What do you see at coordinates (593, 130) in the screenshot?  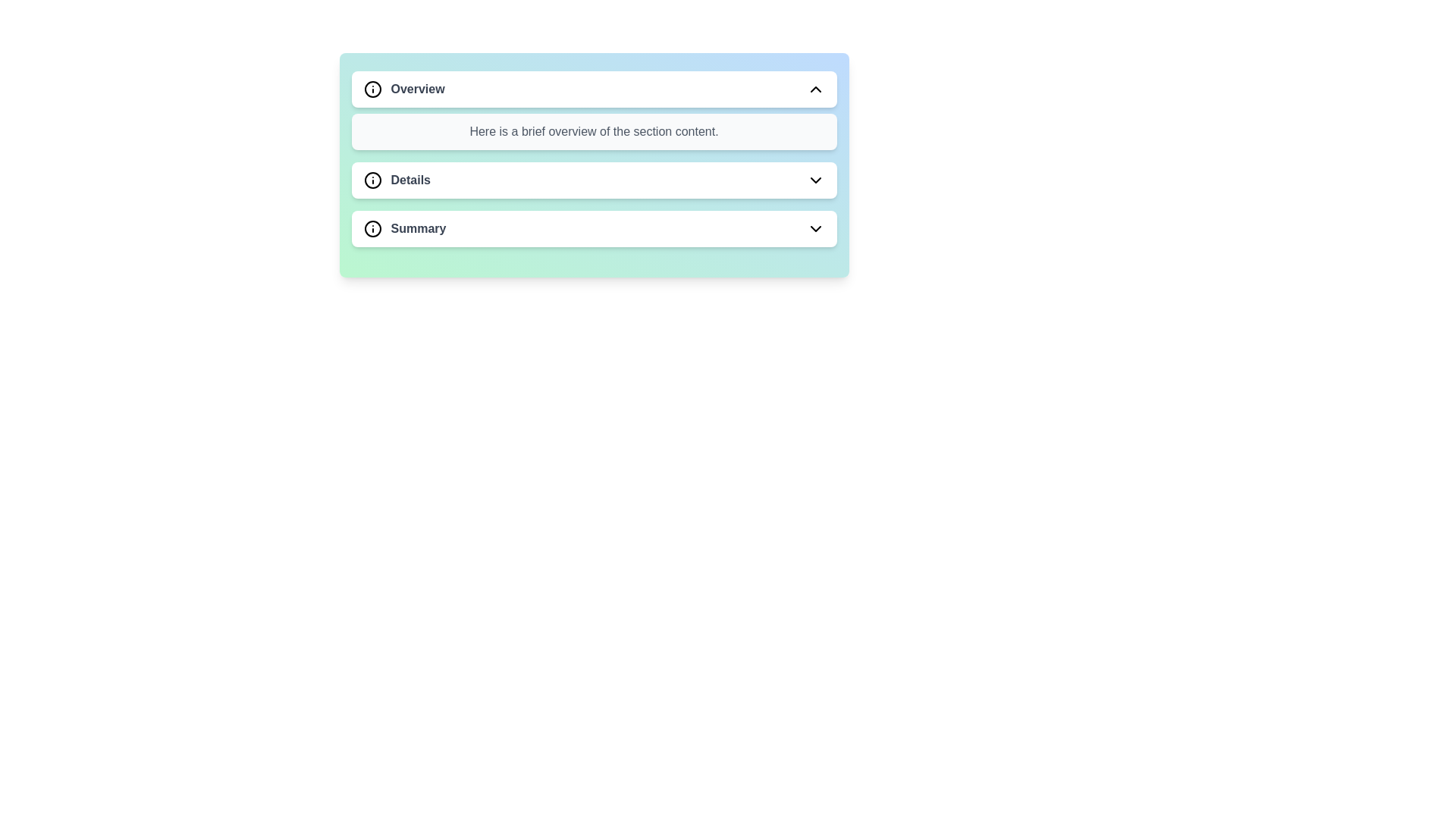 I see `the static informational text section located below the 'Overview' header` at bounding box center [593, 130].